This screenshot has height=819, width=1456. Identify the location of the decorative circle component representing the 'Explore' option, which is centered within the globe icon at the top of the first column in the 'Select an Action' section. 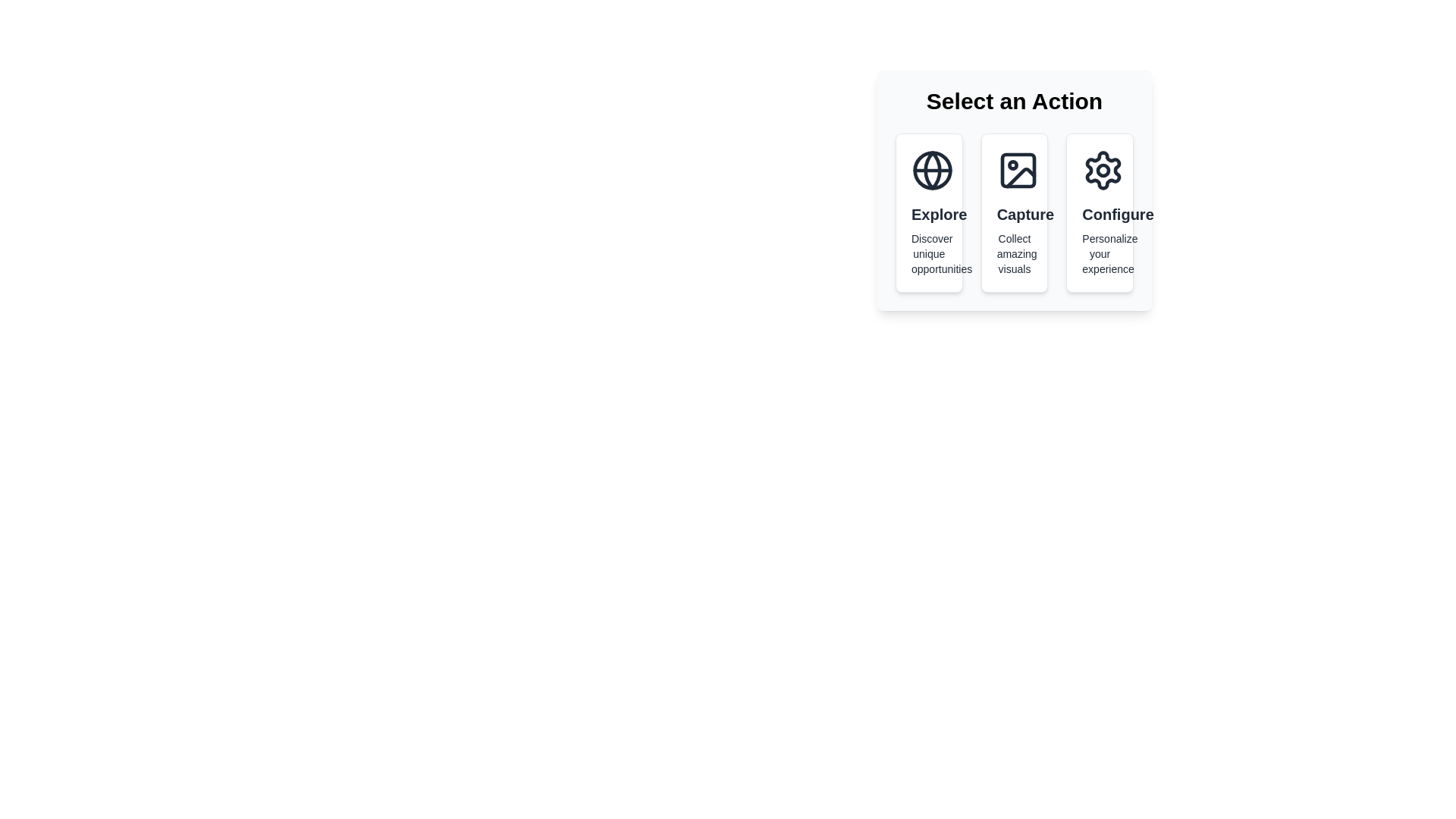
(931, 170).